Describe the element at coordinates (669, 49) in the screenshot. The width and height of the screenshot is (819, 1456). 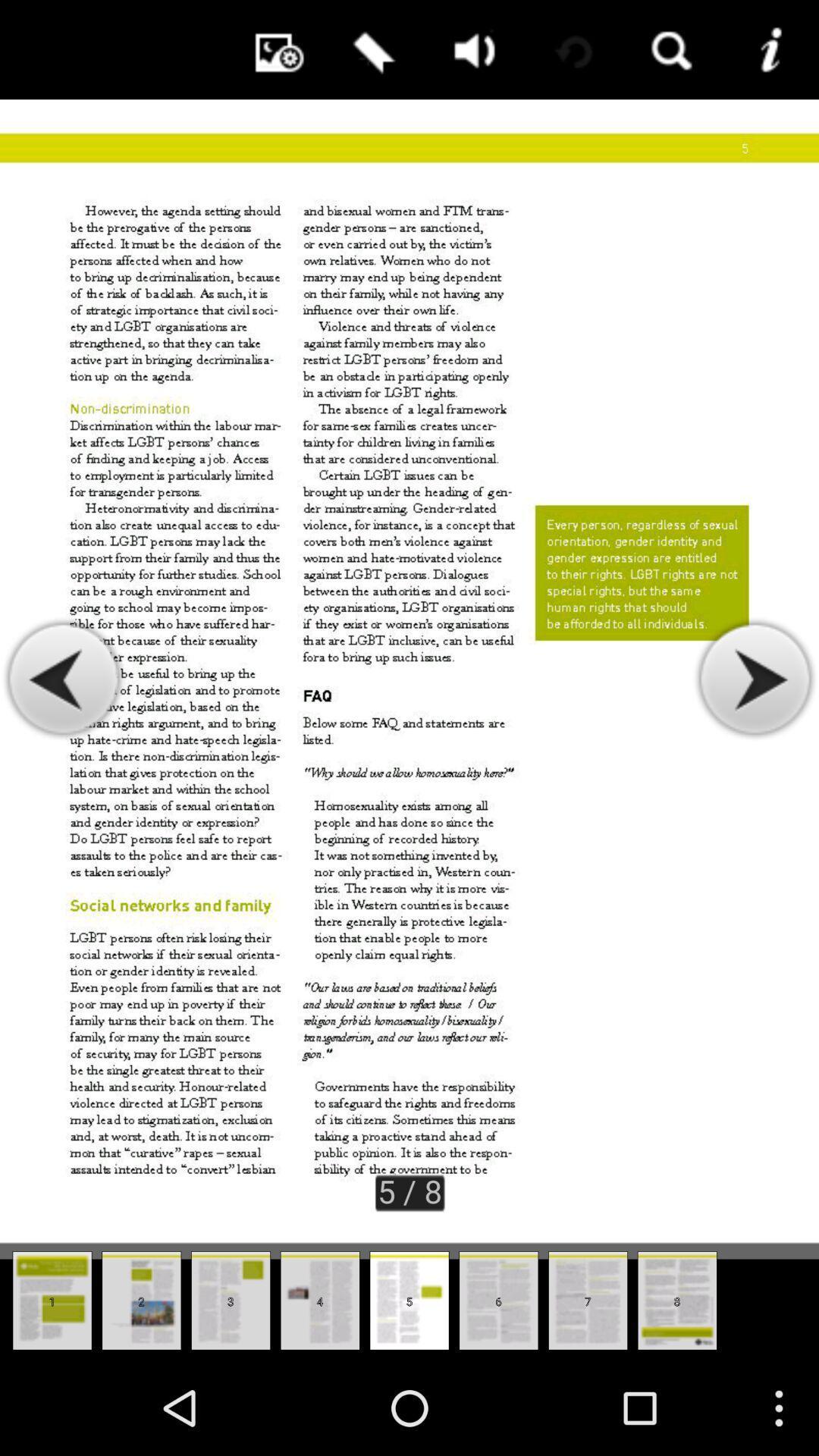
I see `search the page` at that location.